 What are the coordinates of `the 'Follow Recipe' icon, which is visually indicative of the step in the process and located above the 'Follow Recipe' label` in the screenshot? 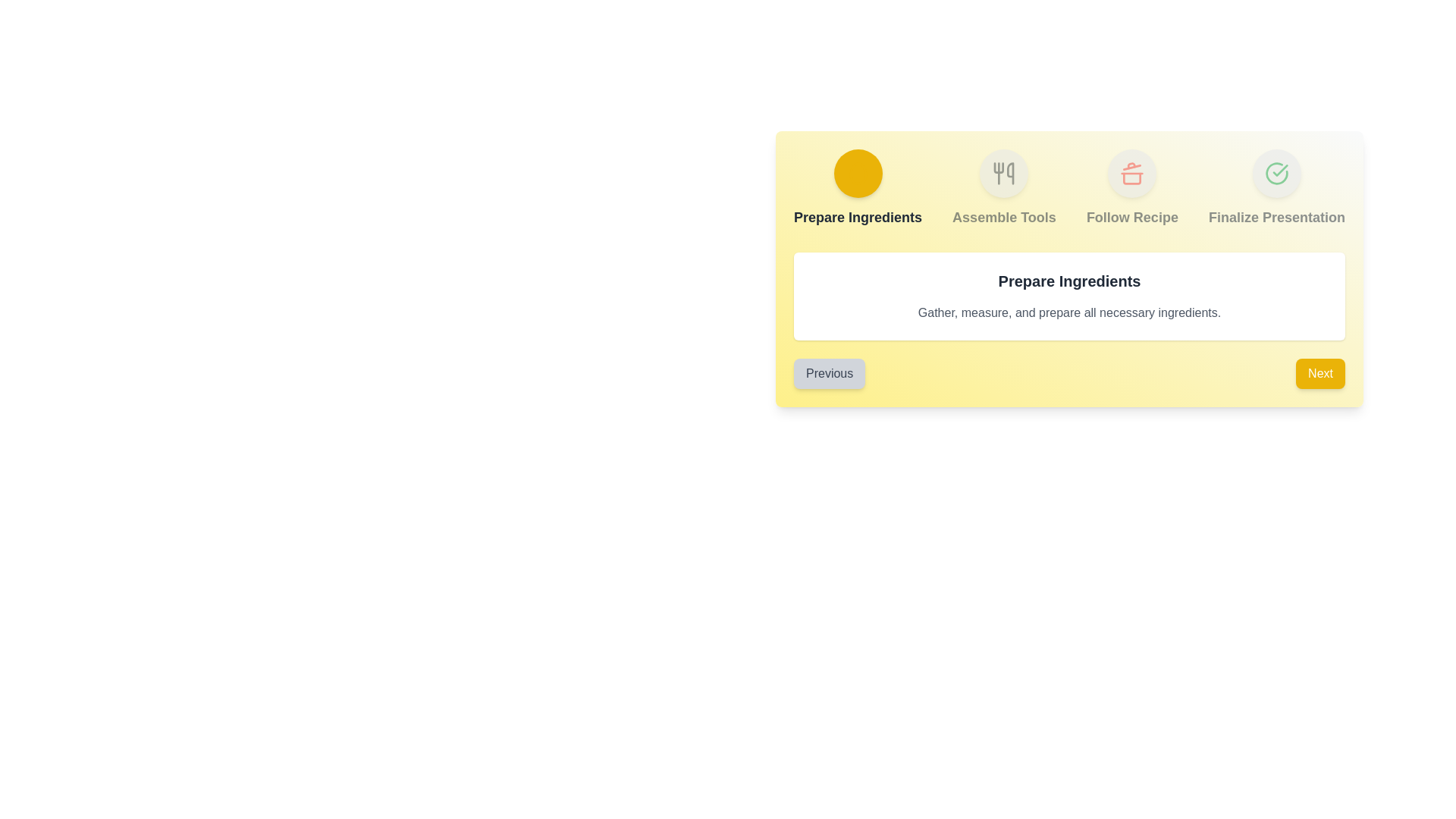 It's located at (1132, 172).